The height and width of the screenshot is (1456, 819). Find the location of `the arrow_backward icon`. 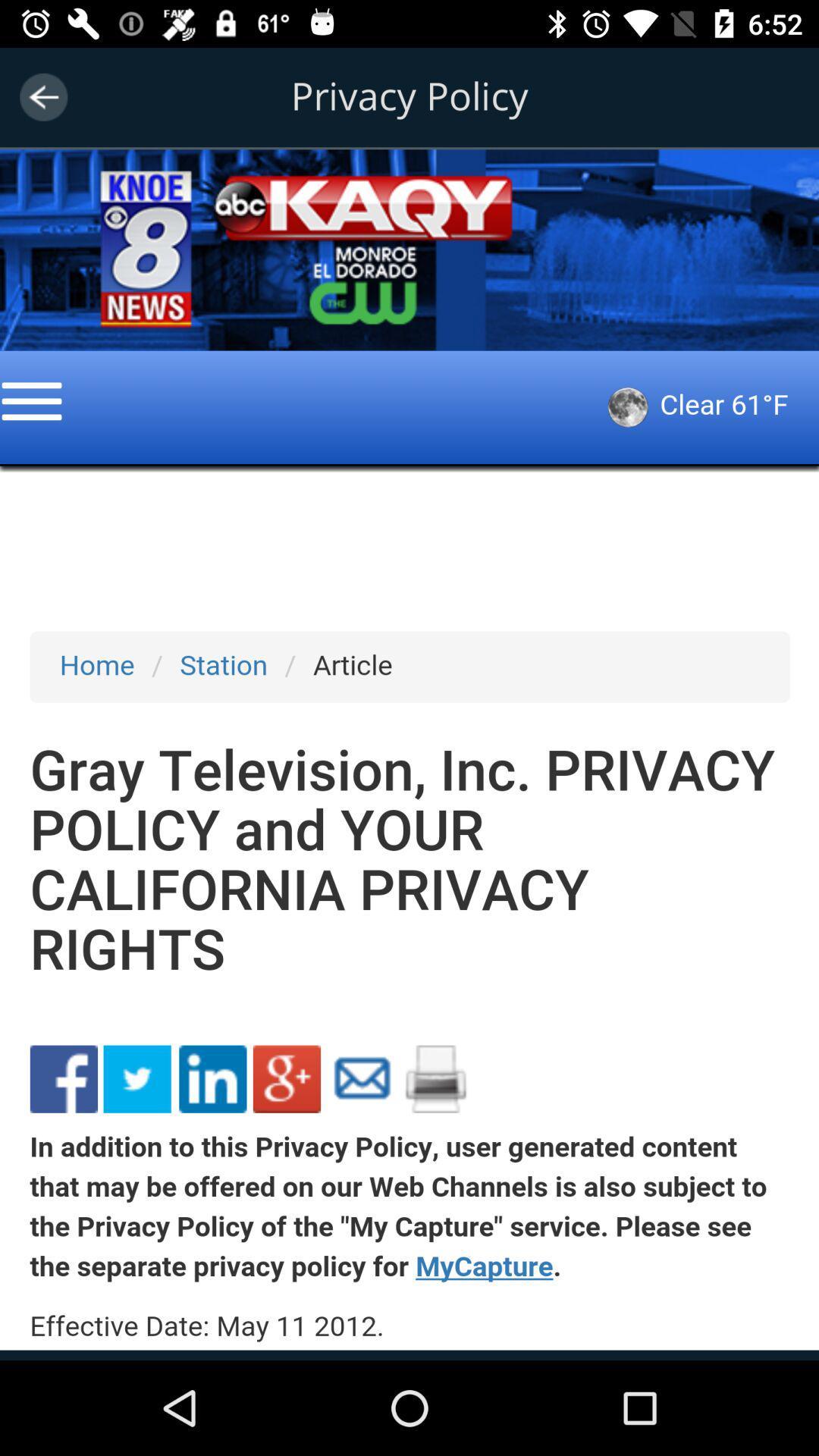

the arrow_backward icon is located at coordinates (42, 96).